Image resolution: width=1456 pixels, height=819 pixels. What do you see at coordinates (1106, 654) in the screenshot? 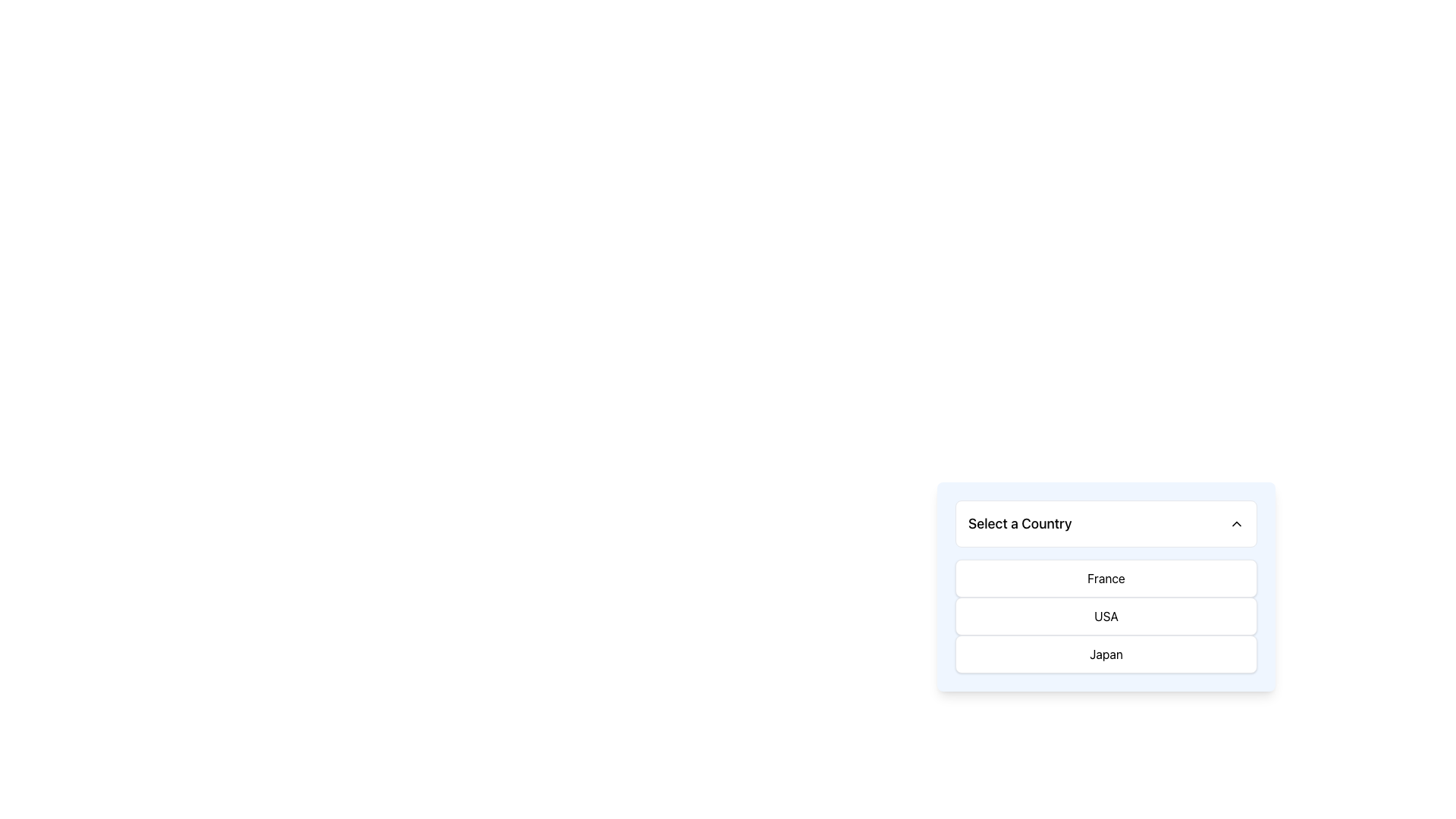
I see `the text indicating the 'Japan' option in the dropdown menu` at bounding box center [1106, 654].